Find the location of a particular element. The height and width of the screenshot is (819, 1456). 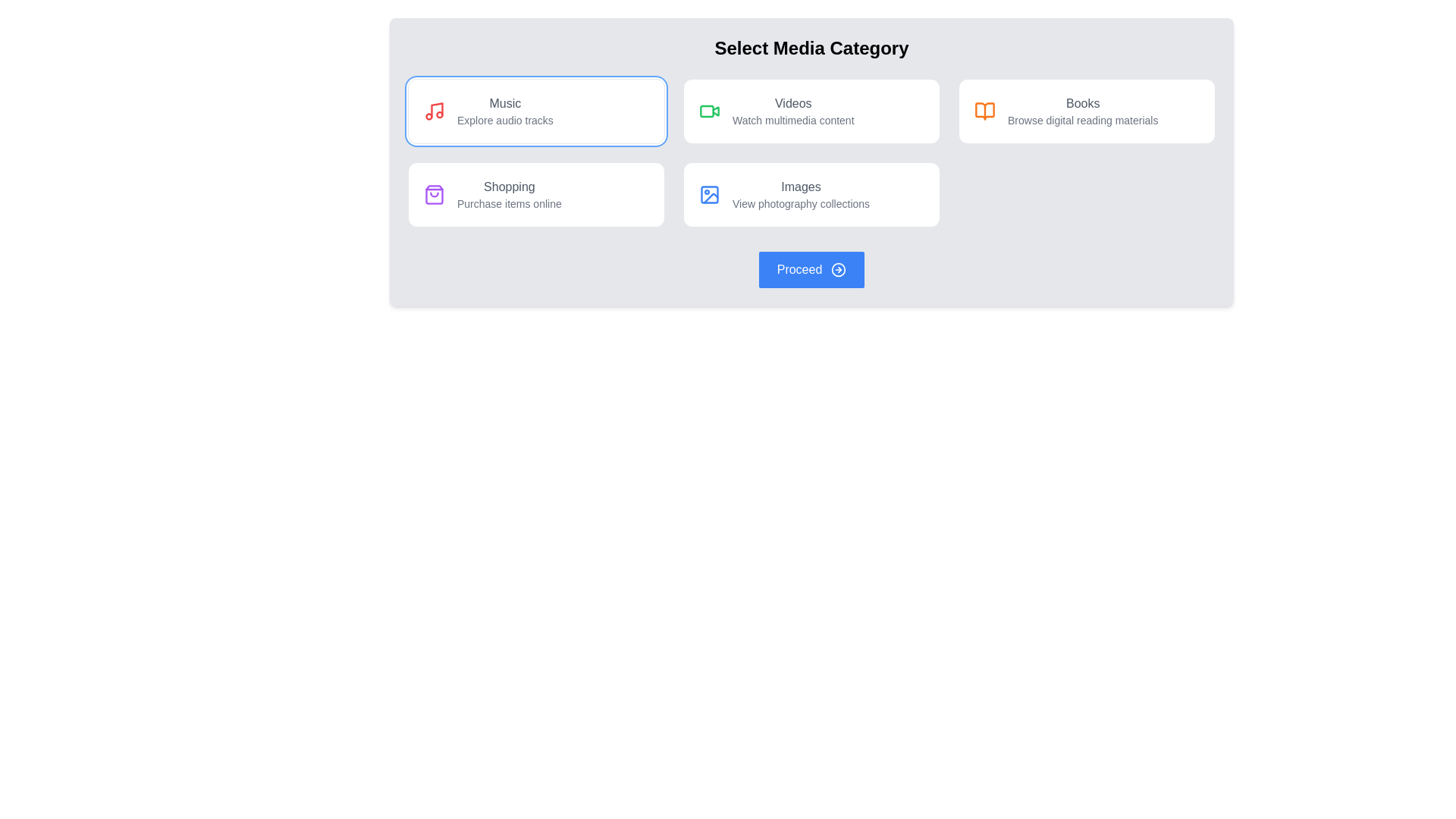

the Shape element representing the 'Images' category icon, which is located towards the bottom right of the media category options, adjacent to 'Shopping' is located at coordinates (709, 194).